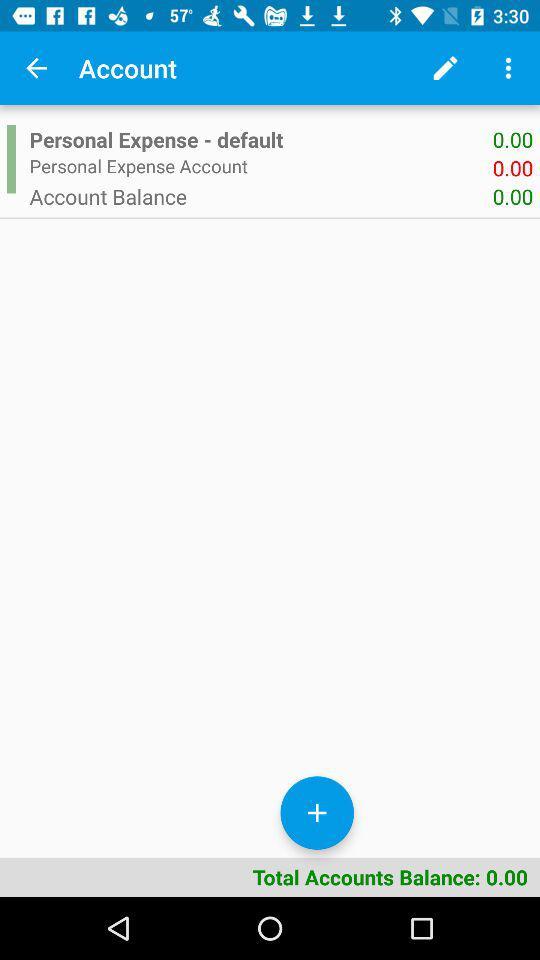 The image size is (540, 960). I want to click on the account balance  item, so click(261, 196).